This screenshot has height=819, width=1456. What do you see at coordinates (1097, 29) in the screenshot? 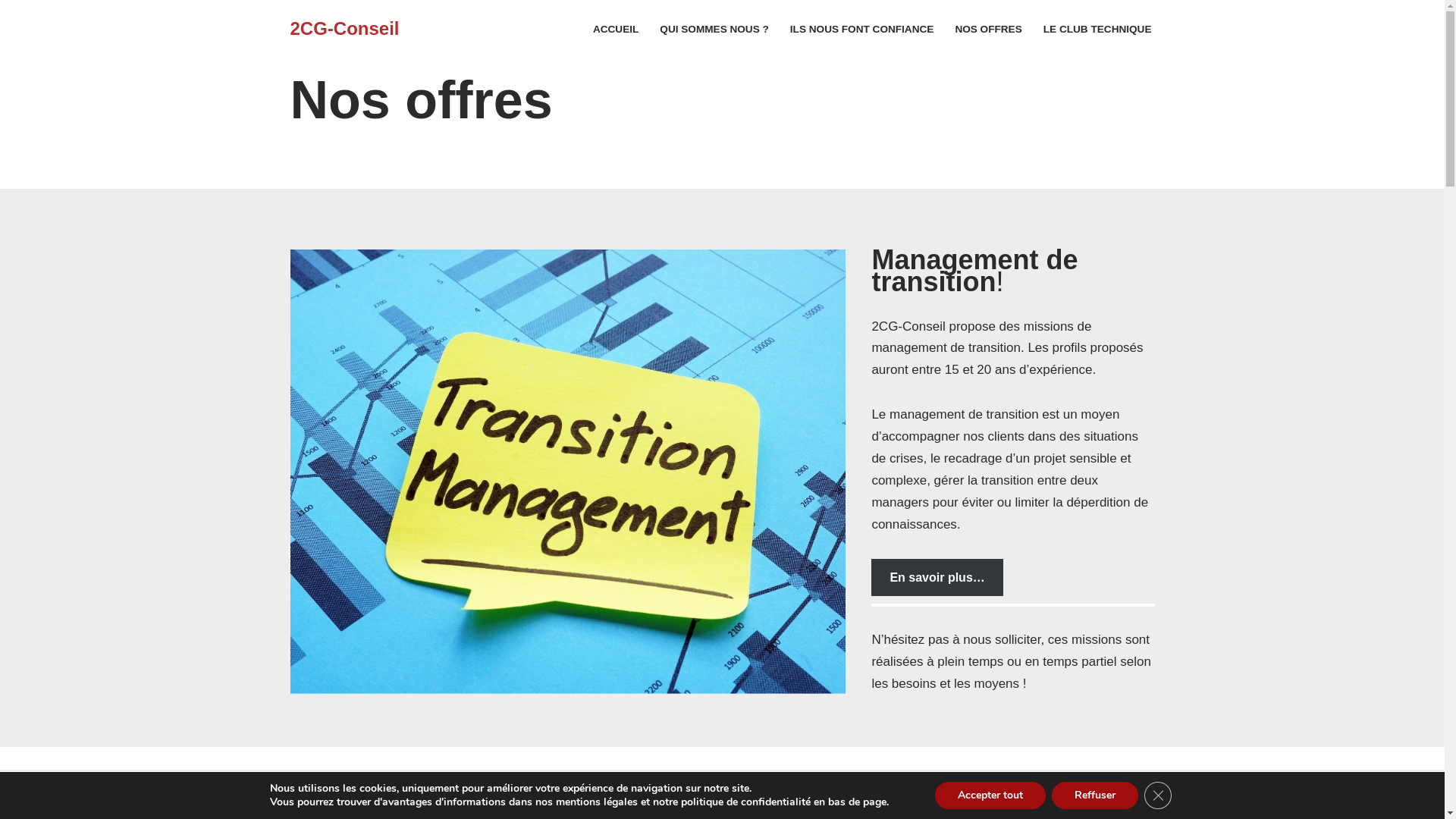
I see `'LE CLUB TECHNIQUE'` at bounding box center [1097, 29].